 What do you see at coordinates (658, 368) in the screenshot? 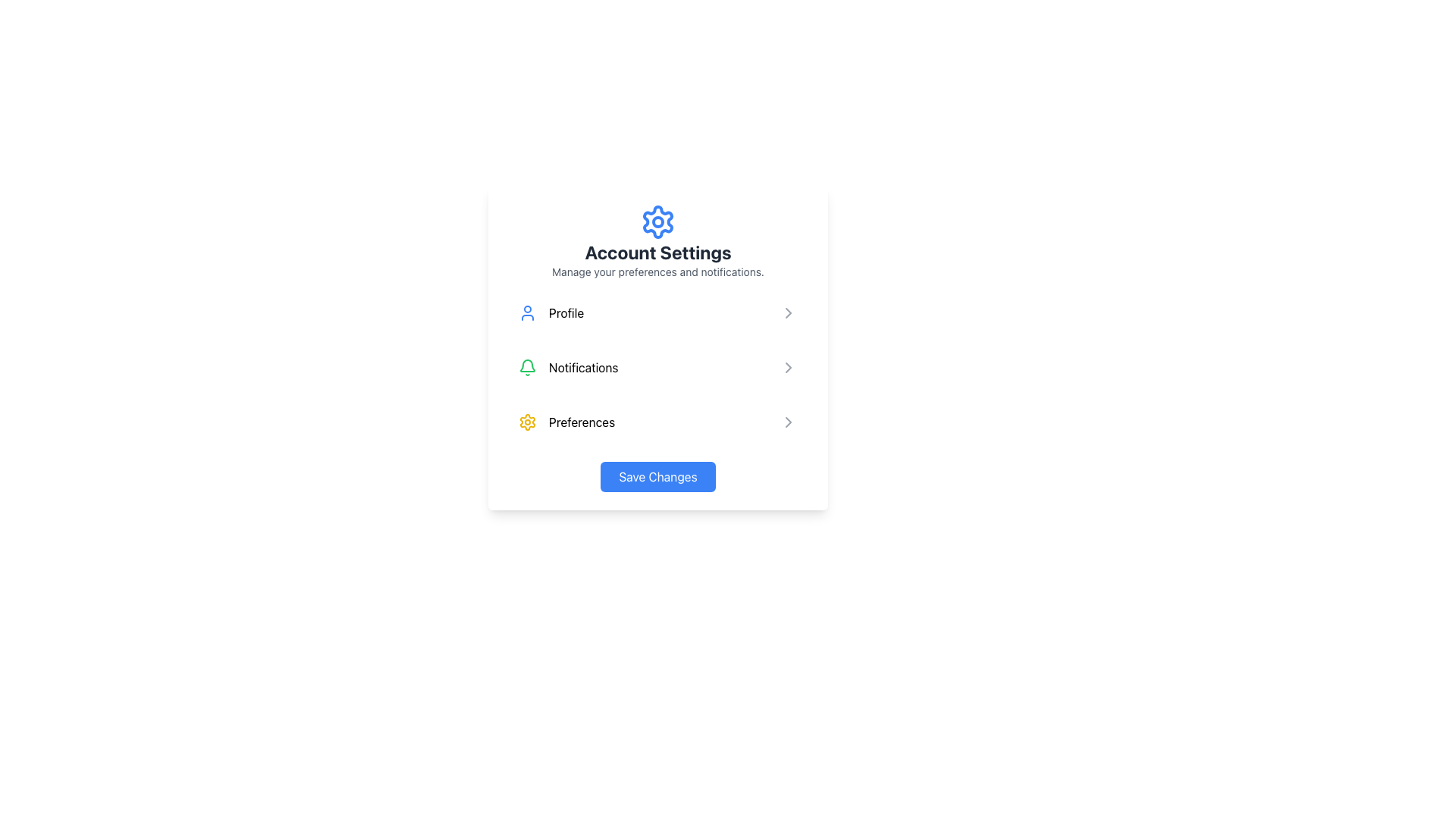
I see `the navigational list item in the account settings section` at bounding box center [658, 368].